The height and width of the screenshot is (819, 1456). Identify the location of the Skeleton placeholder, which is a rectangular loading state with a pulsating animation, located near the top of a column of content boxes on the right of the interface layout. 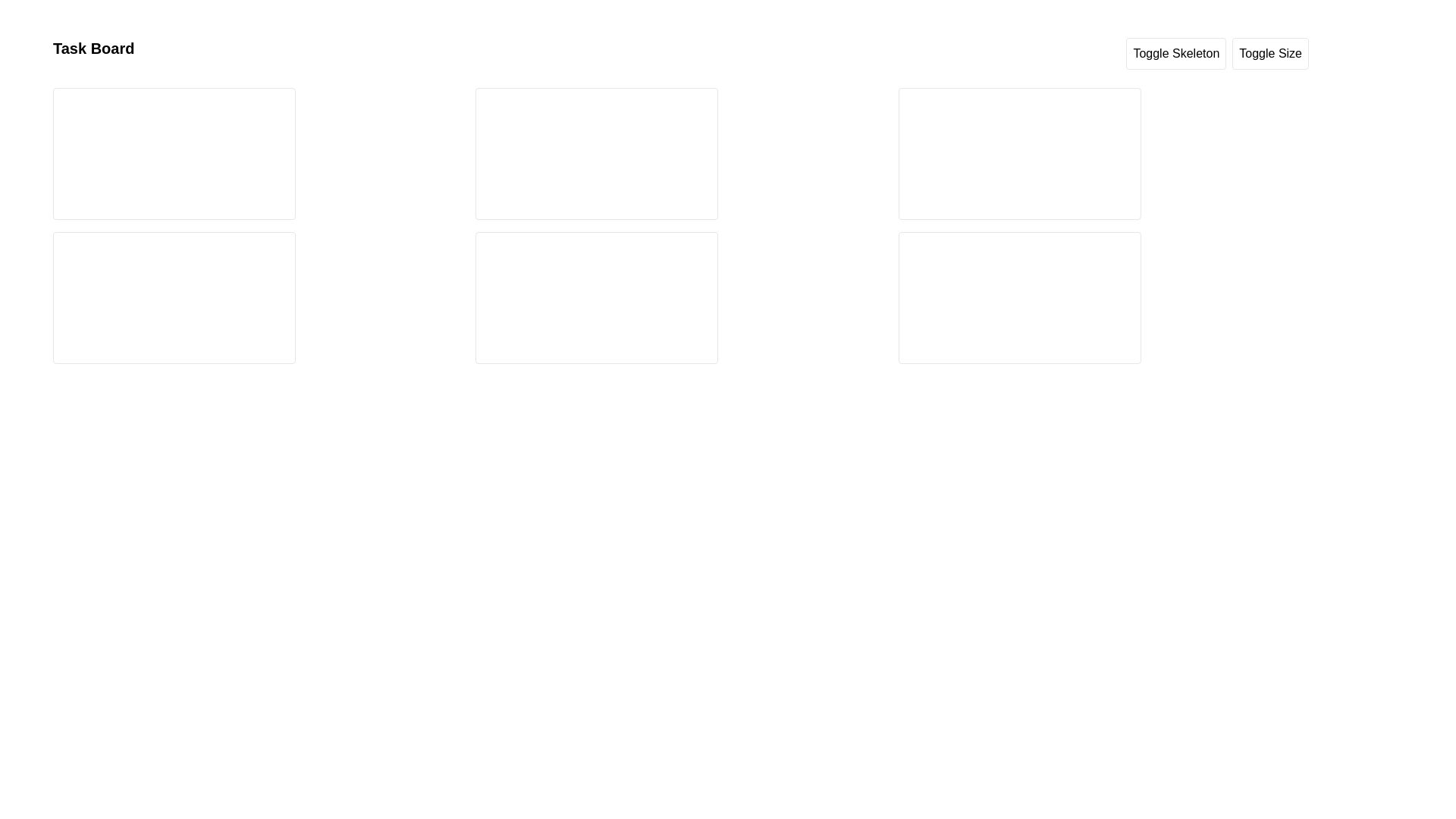
(1019, 151).